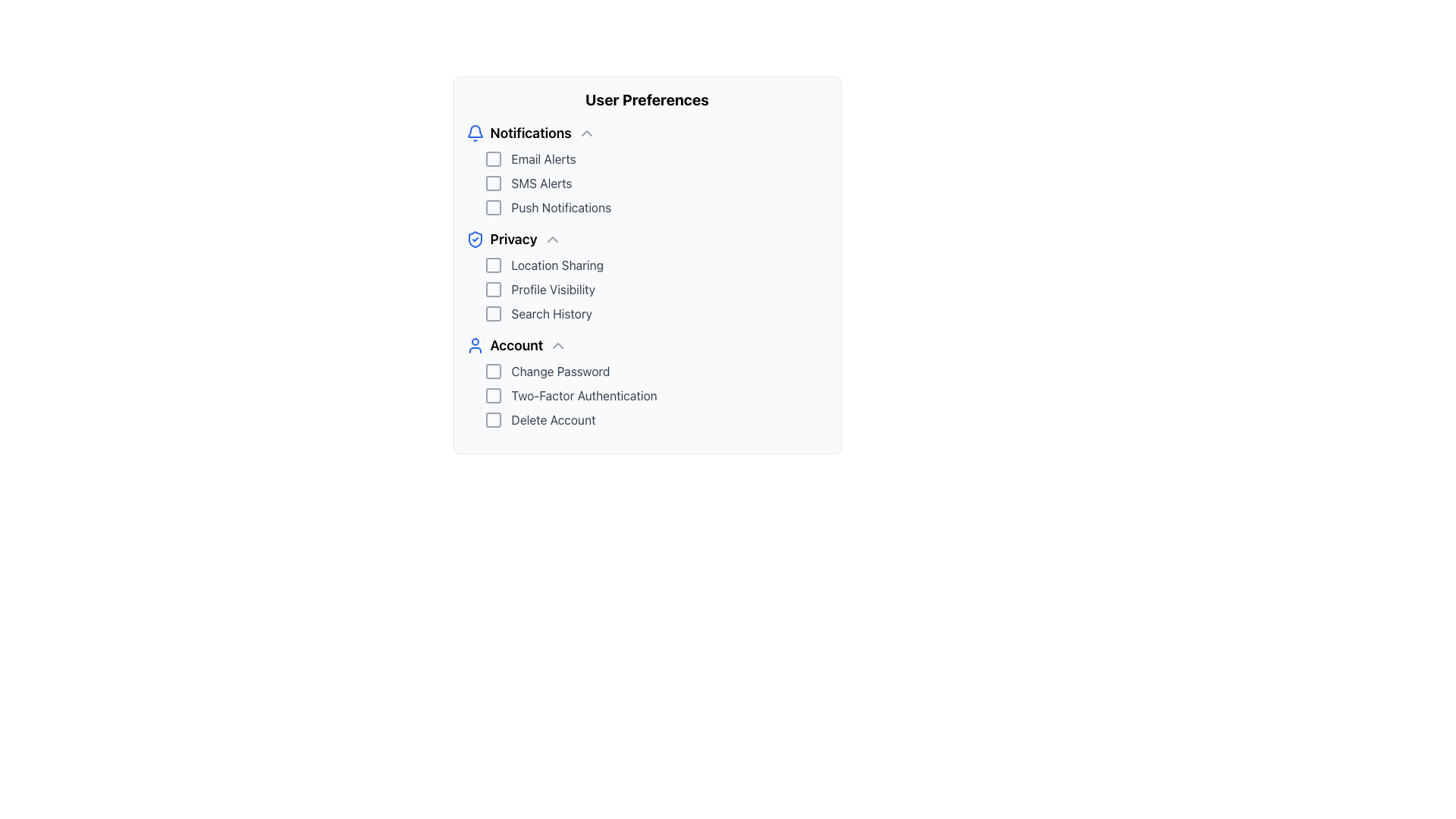 The height and width of the screenshot is (819, 1456). I want to click on the static text label indicating the location sharing option, which is positioned under the 'Privacy' section and aligned to the right of the checkbox icon, so click(557, 265).